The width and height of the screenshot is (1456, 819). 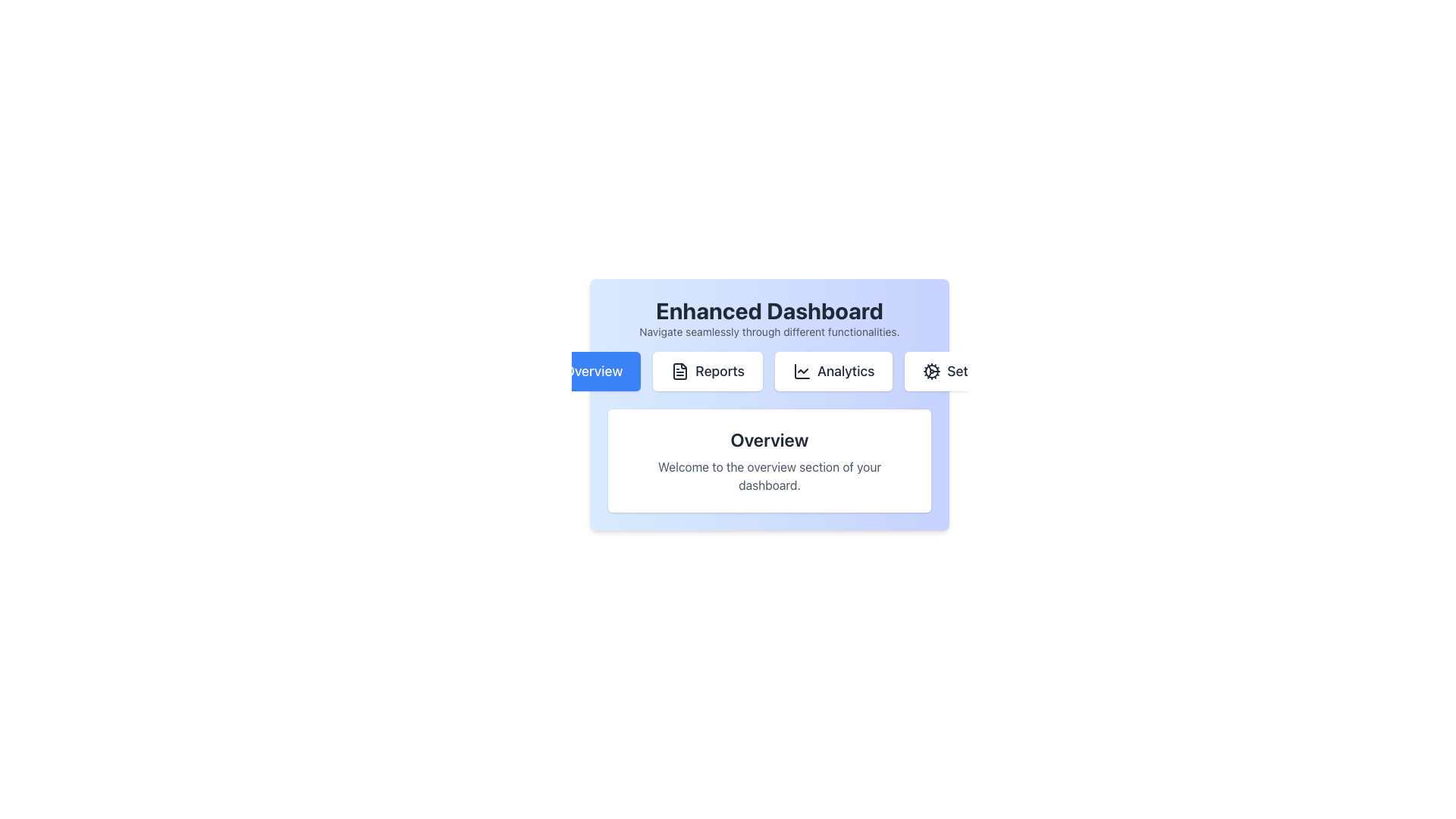 What do you see at coordinates (833, 371) in the screenshot?
I see `the 'Analytics' button in the navigation bar` at bounding box center [833, 371].